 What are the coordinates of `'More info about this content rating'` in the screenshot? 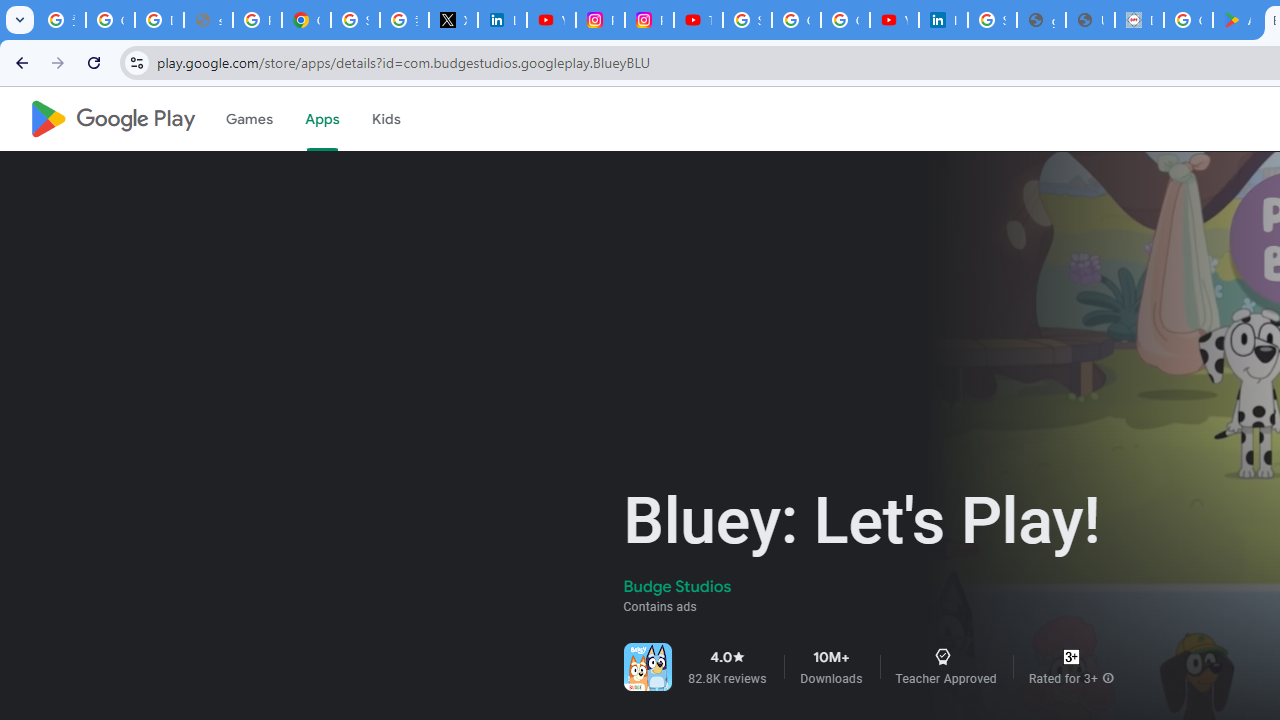 It's located at (1107, 677).